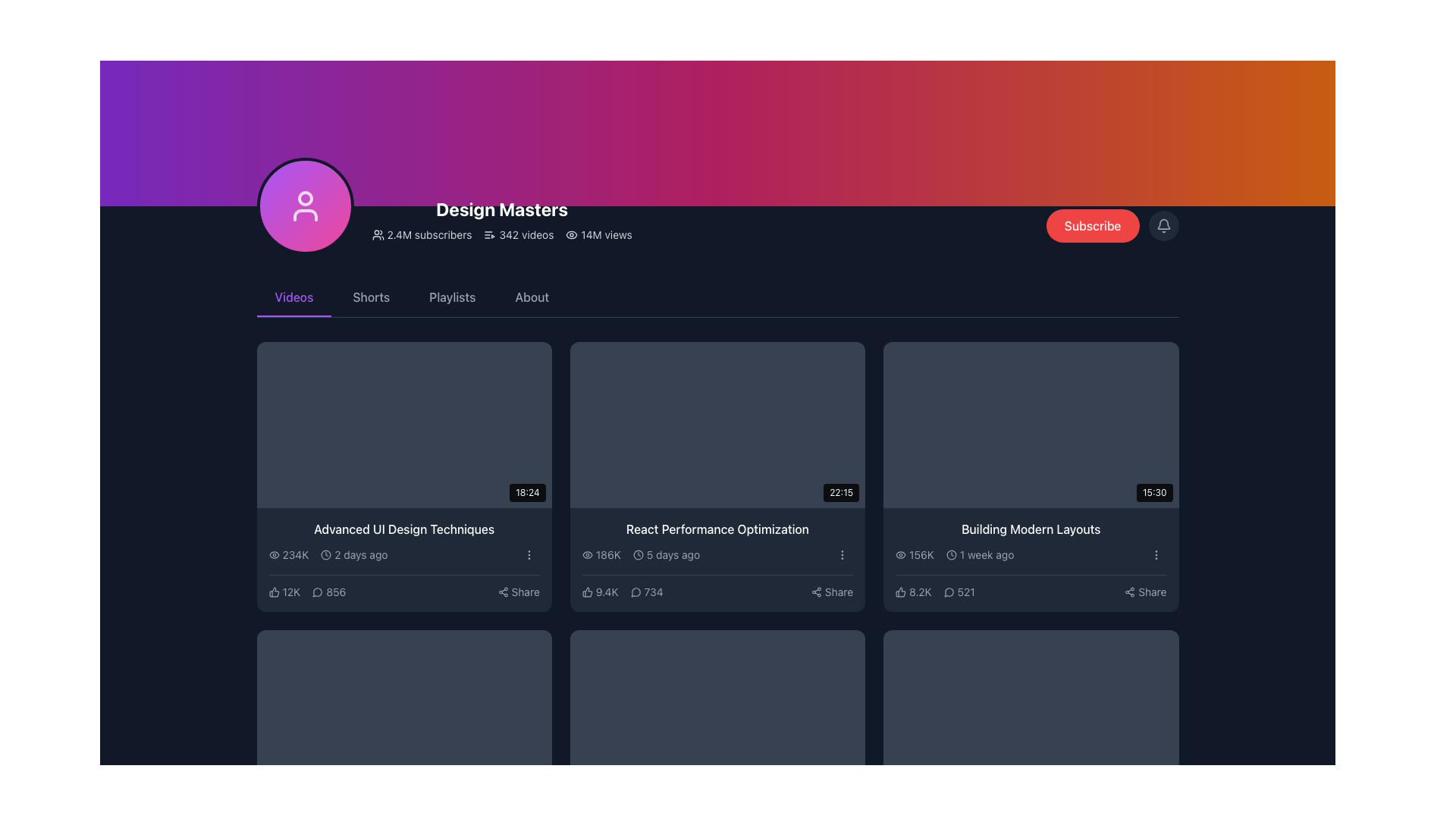 Image resolution: width=1456 pixels, height=819 pixels. Describe the element at coordinates (1031, 560) in the screenshot. I see `the informational card located` at that location.